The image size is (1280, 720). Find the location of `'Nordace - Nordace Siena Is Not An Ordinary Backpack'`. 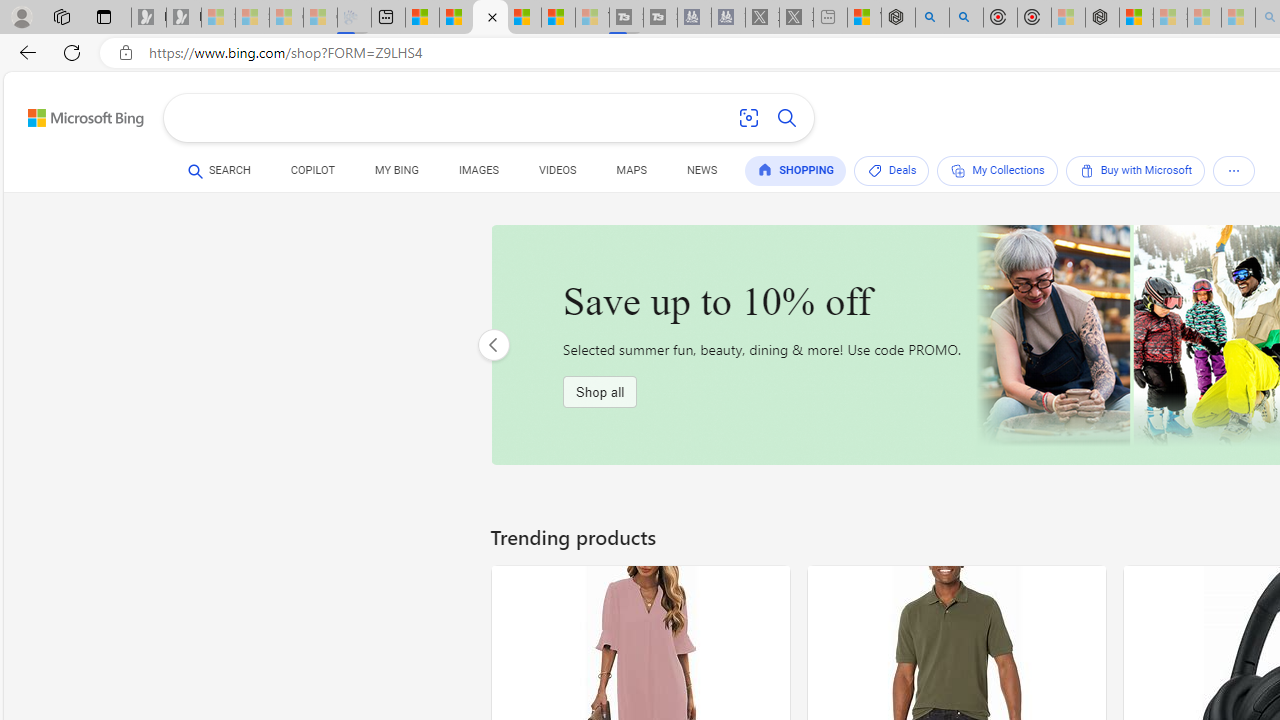

'Nordace - Nordace Siena Is Not An Ordinary Backpack' is located at coordinates (1101, 17).